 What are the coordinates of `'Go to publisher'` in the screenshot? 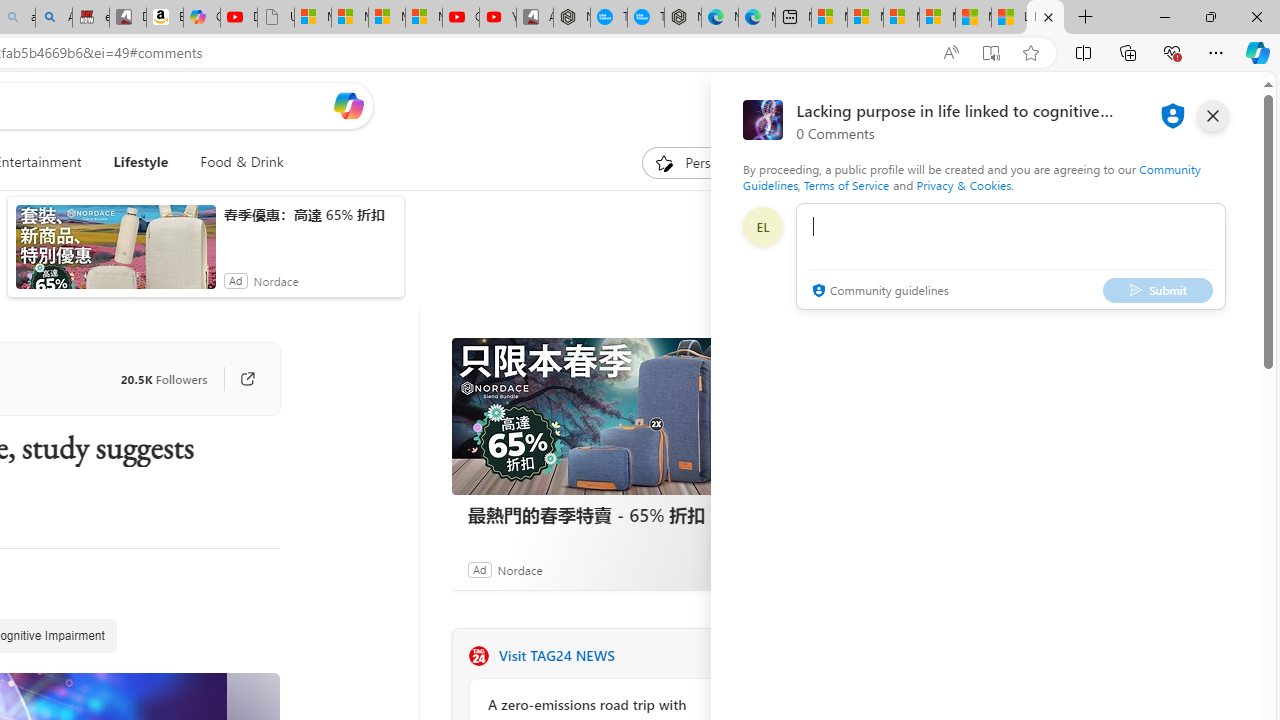 It's located at (237, 379).